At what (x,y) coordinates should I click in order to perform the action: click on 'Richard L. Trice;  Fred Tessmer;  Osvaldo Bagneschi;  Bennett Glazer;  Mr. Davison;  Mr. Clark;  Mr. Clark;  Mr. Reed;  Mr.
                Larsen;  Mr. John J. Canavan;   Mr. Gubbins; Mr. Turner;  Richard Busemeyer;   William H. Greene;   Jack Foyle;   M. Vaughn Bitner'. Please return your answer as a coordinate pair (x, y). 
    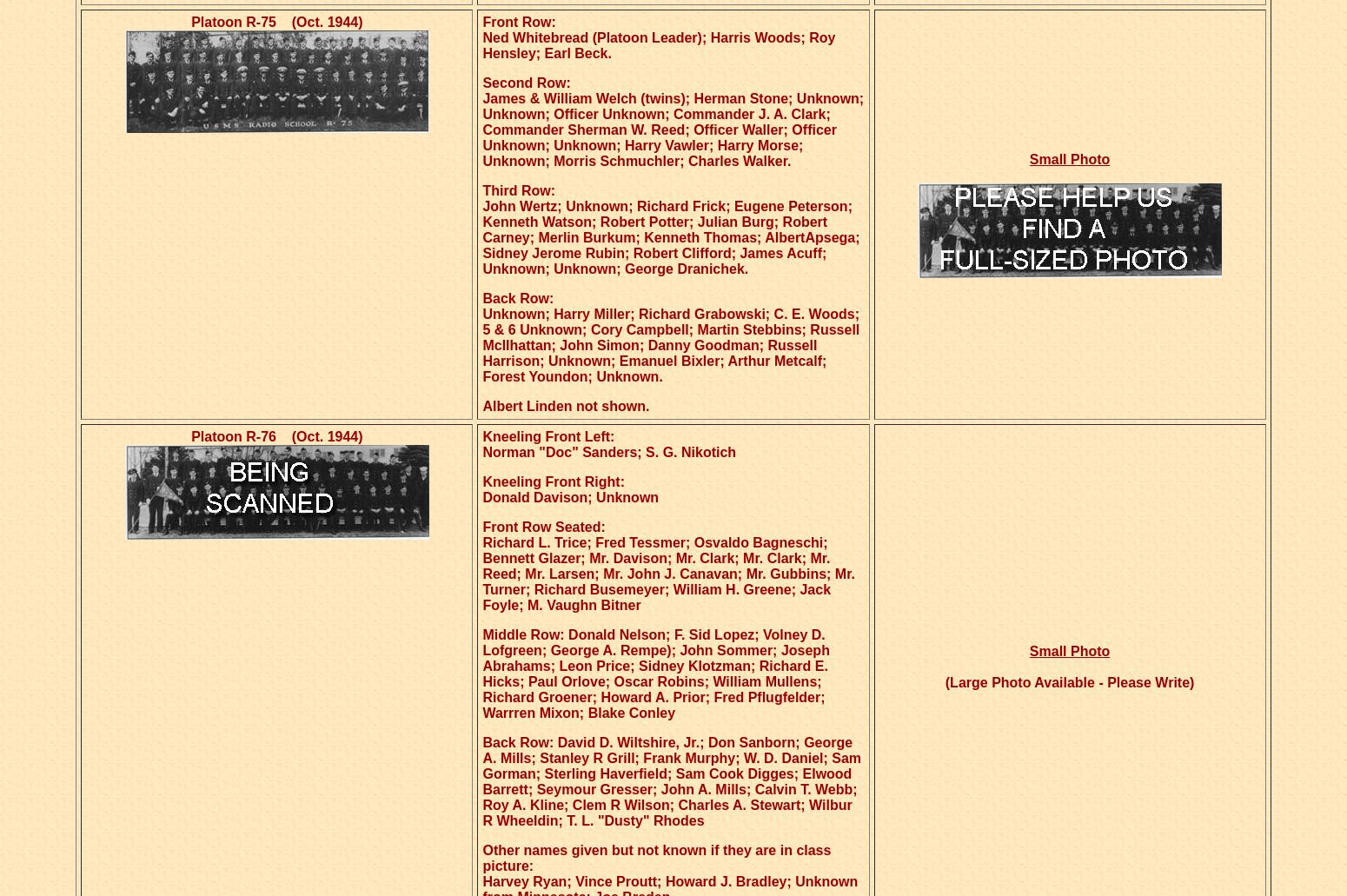
    Looking at the image, I should click on (667, 574).